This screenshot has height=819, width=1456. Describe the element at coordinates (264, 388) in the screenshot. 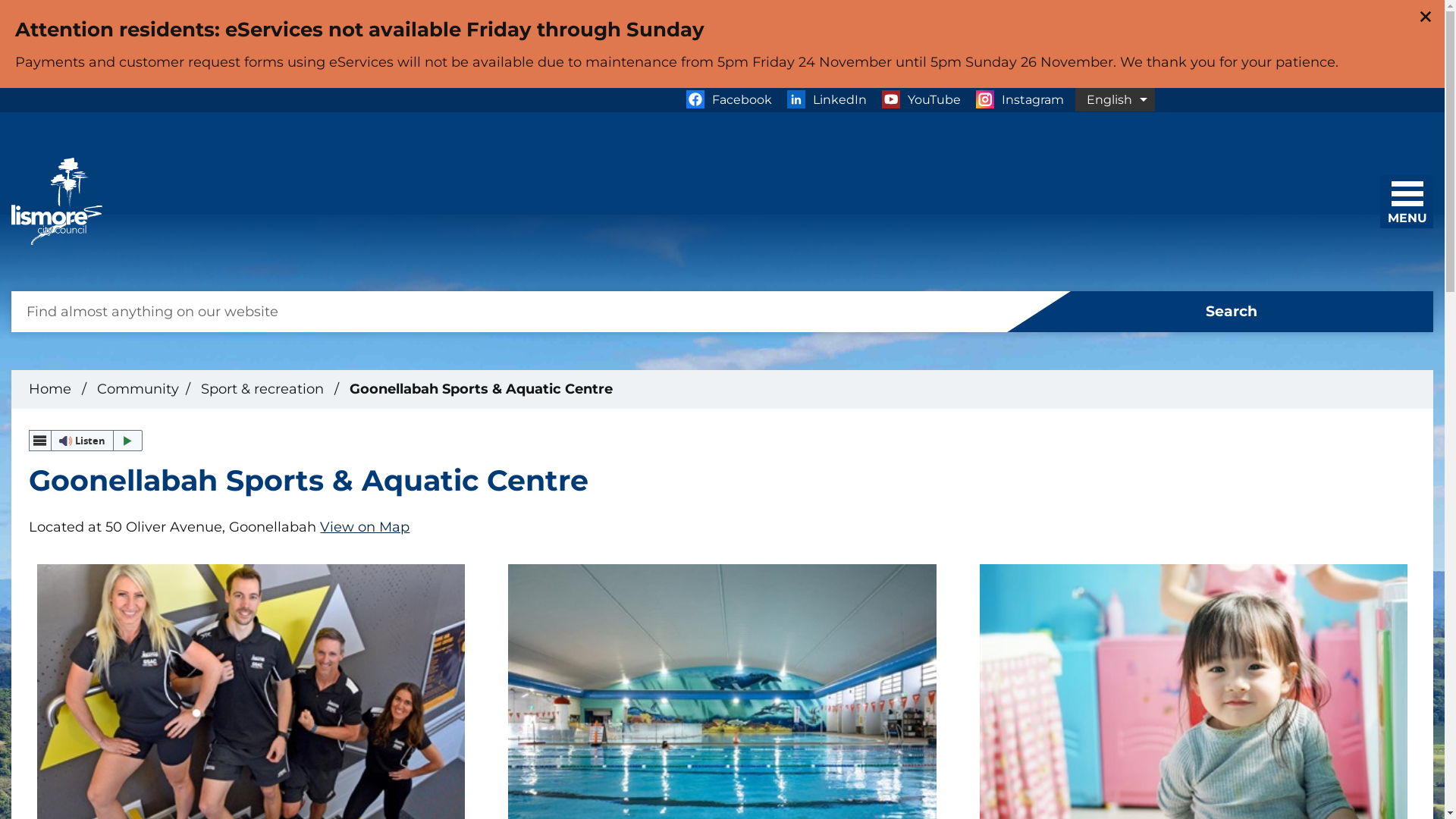

I see `'Sport & recreation'` at that location.